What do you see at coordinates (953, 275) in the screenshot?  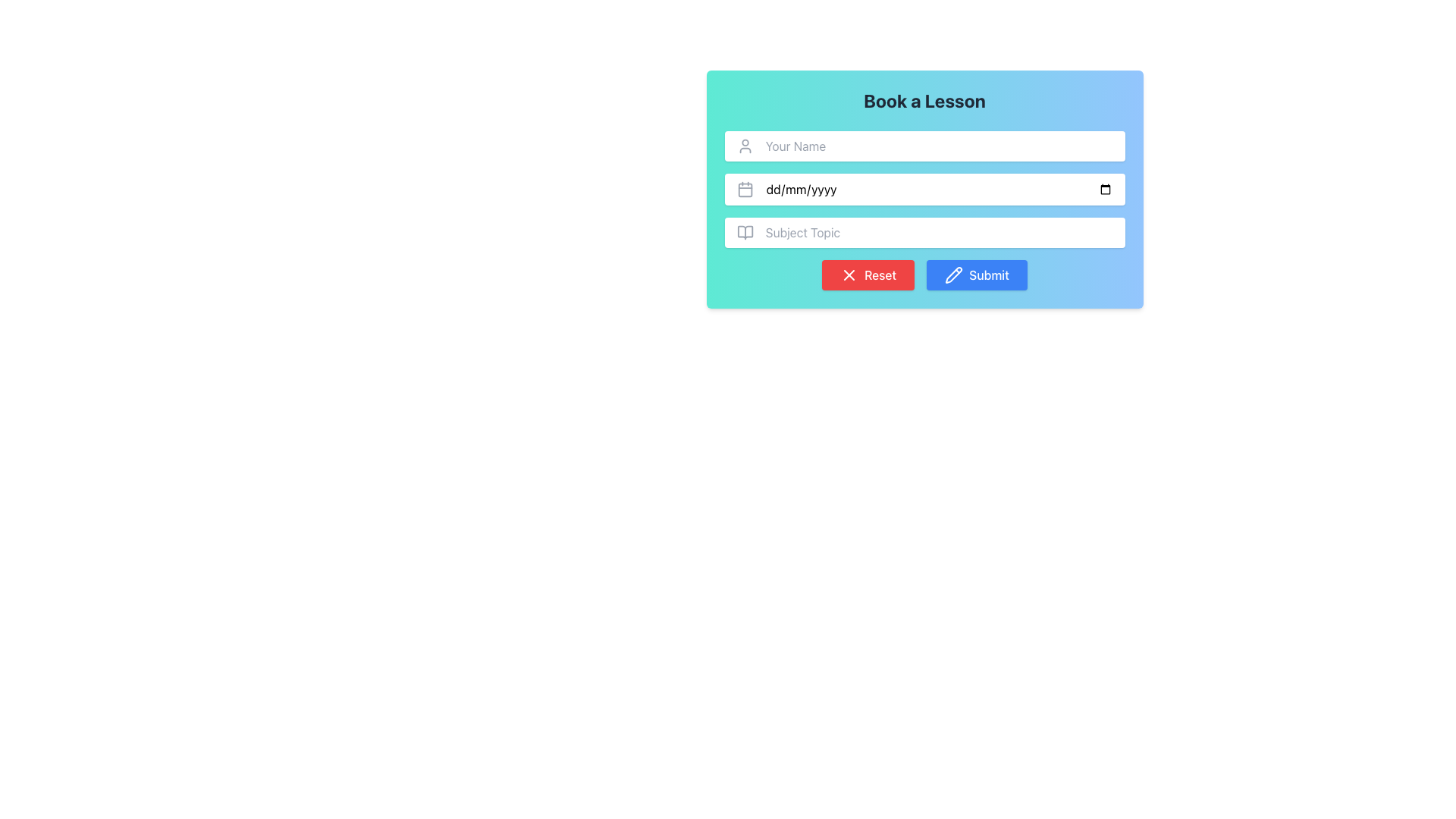 I see `the icon that visually reinforces the submission action, located on the left side of the 'Submit' button in the bottom-right area of the dialog box` at bounding box center [953, 275].